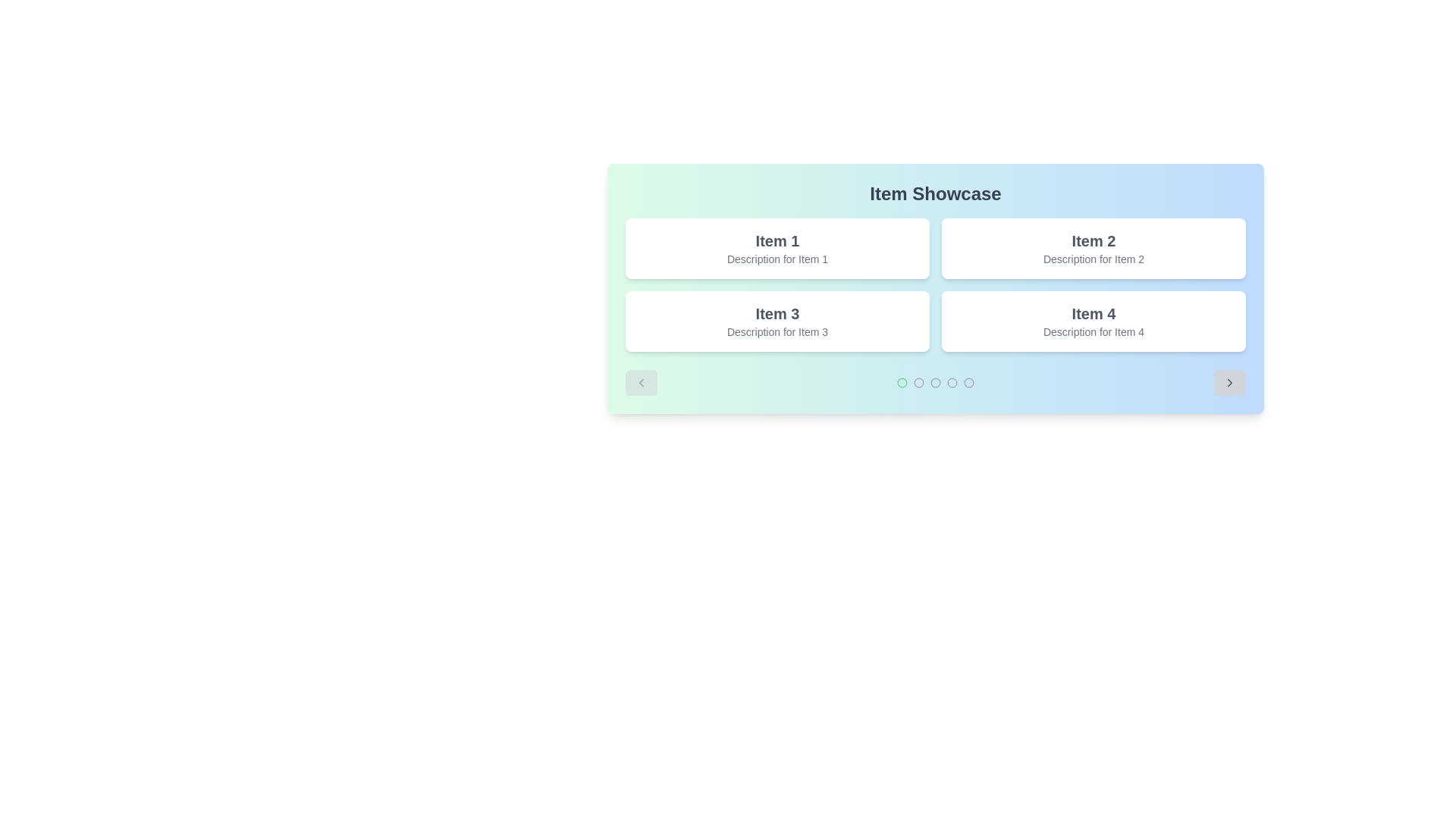 The width and height of the screenshot is (1456, 819). I want to click on the text element stating 'Description for Item 4', which is styled in gray and located beneath the title 'Item 4', so click(1094, 331).